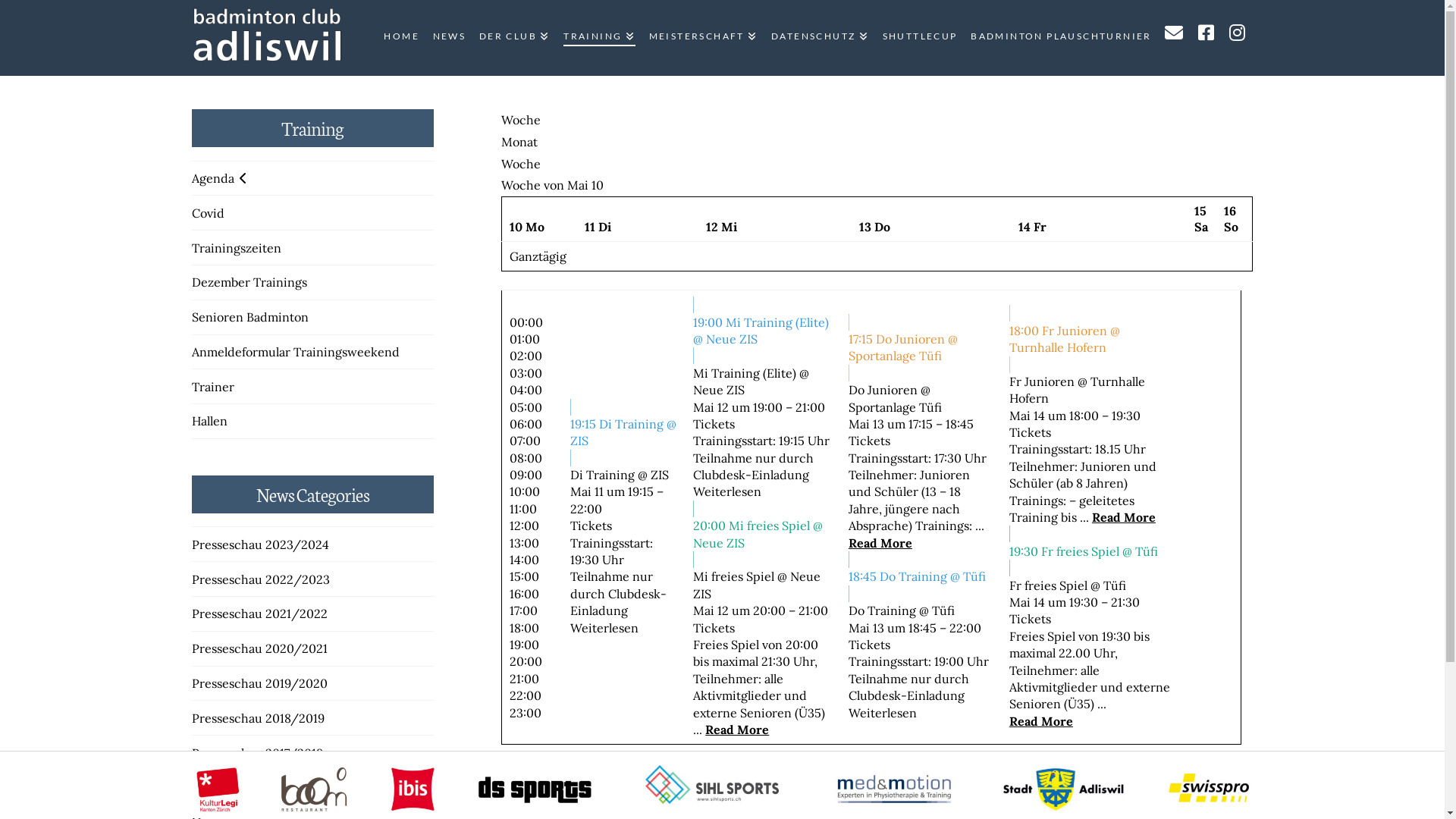  Describe the element at coordinates (1200, 218) in the screenshot. I see `'15 Sa'` at that location.